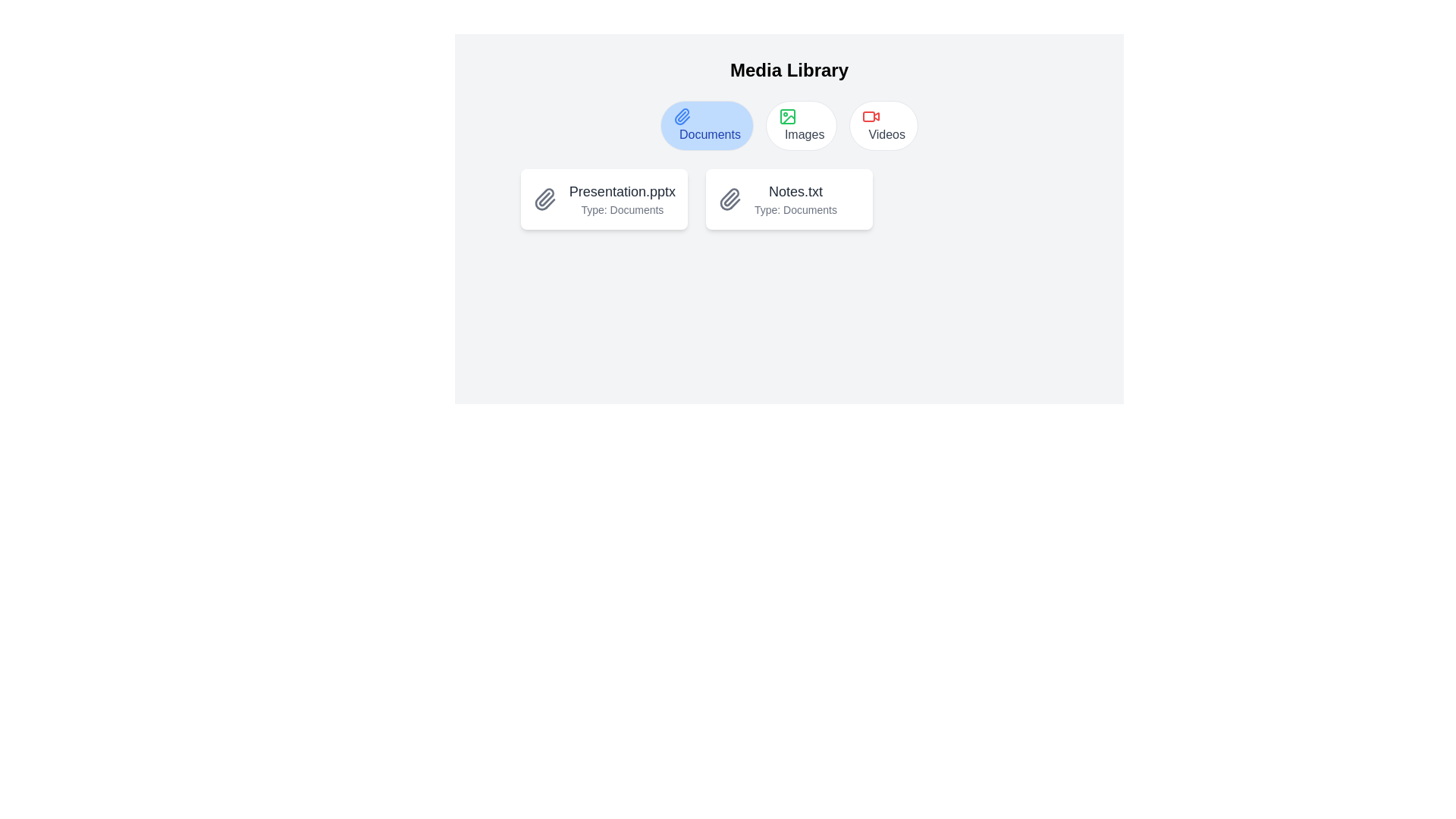  What do you see at coordinates (730, 198) in the screenshot?
I see `the paperclip icon, which is a minimalistic grey graphical representation located next to the text information of the 'Notes.txt' document` at bounding box center [730, 198].